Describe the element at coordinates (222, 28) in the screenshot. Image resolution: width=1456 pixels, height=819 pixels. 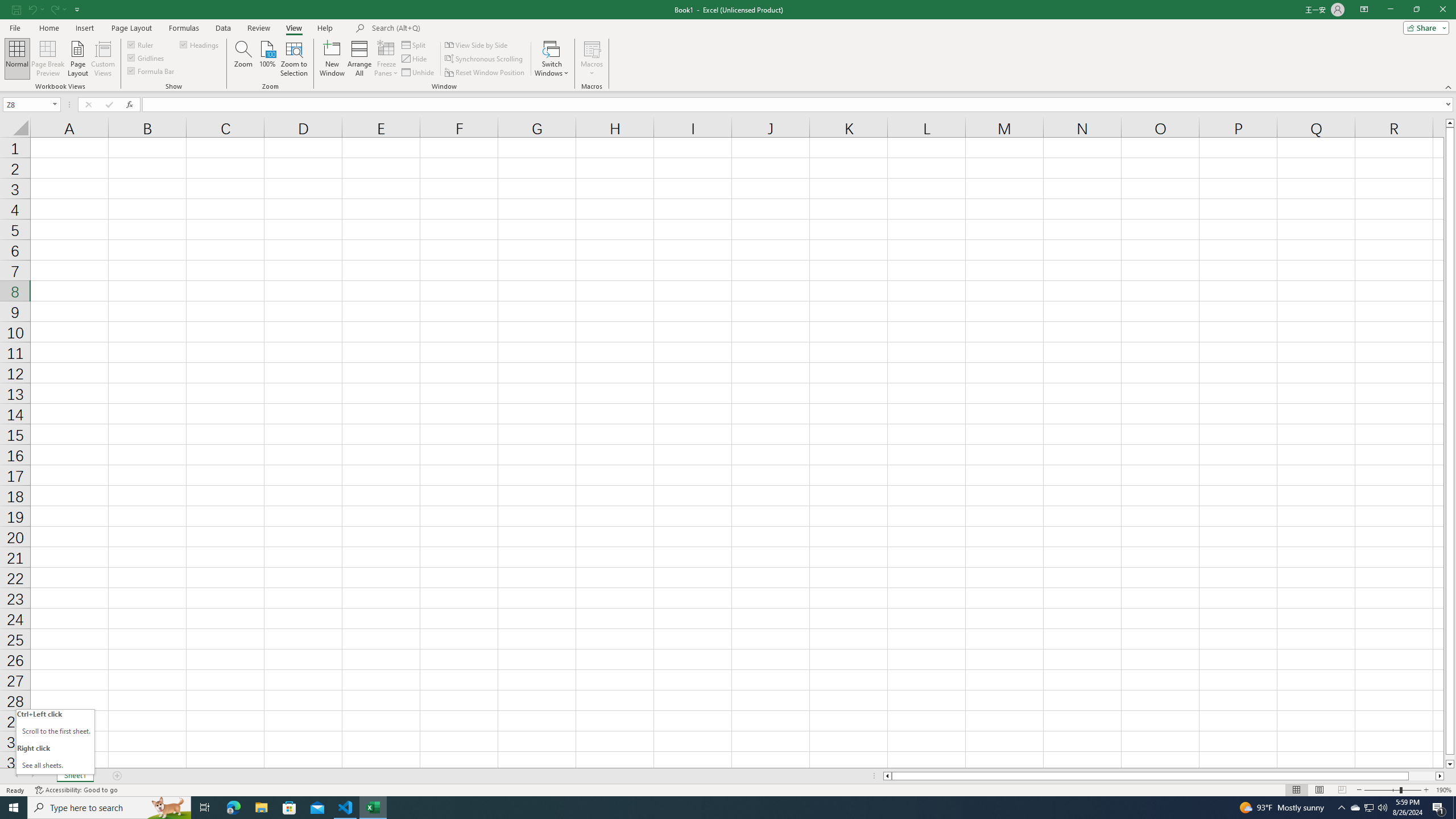
I see `'Data'` at that location.